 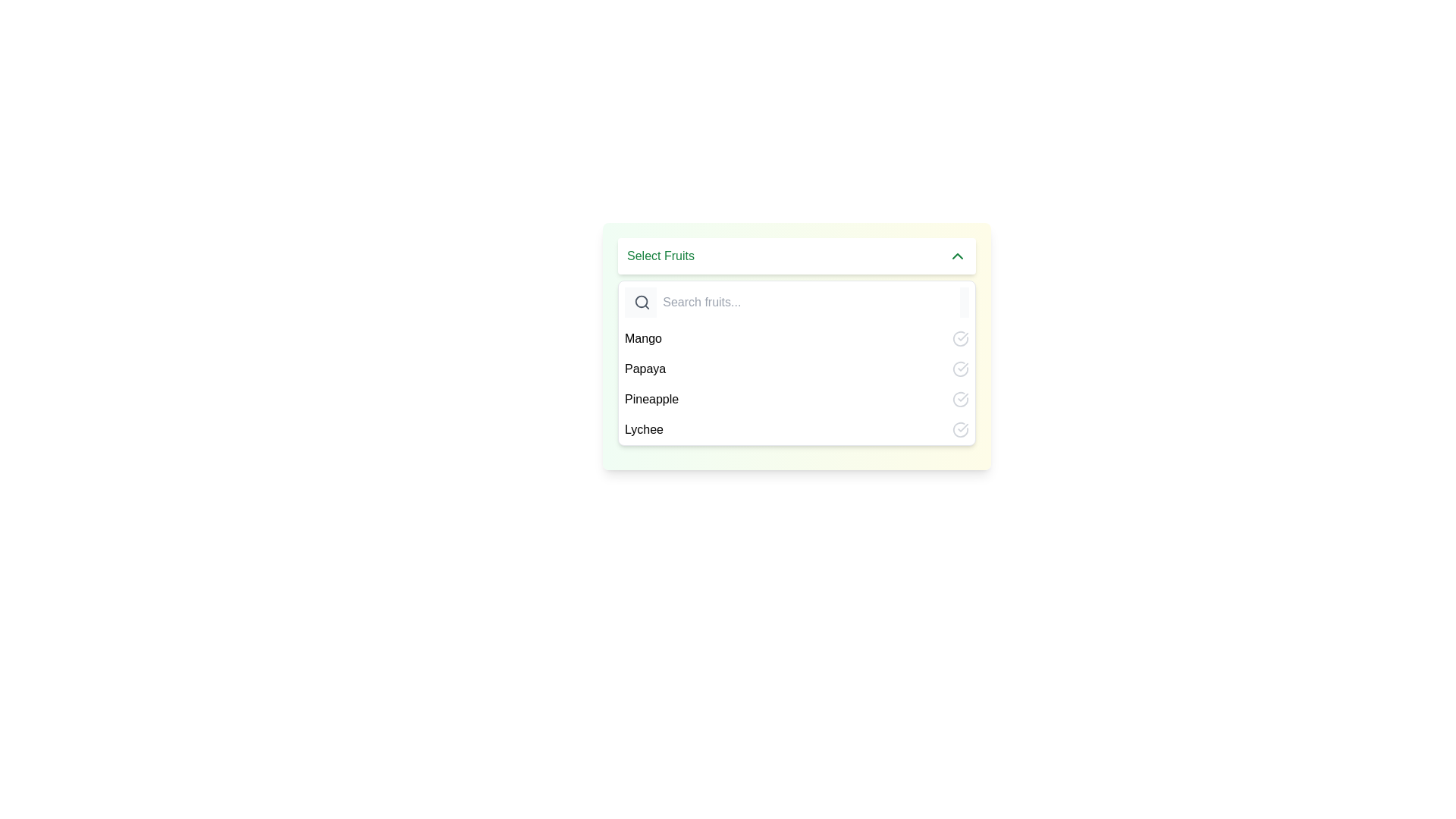 I want to click on the lens circle of the search icon located to the left inside the 'Search fruits...' input field, which is below the 'Select Fruits' header, so click(x=642, y=302).